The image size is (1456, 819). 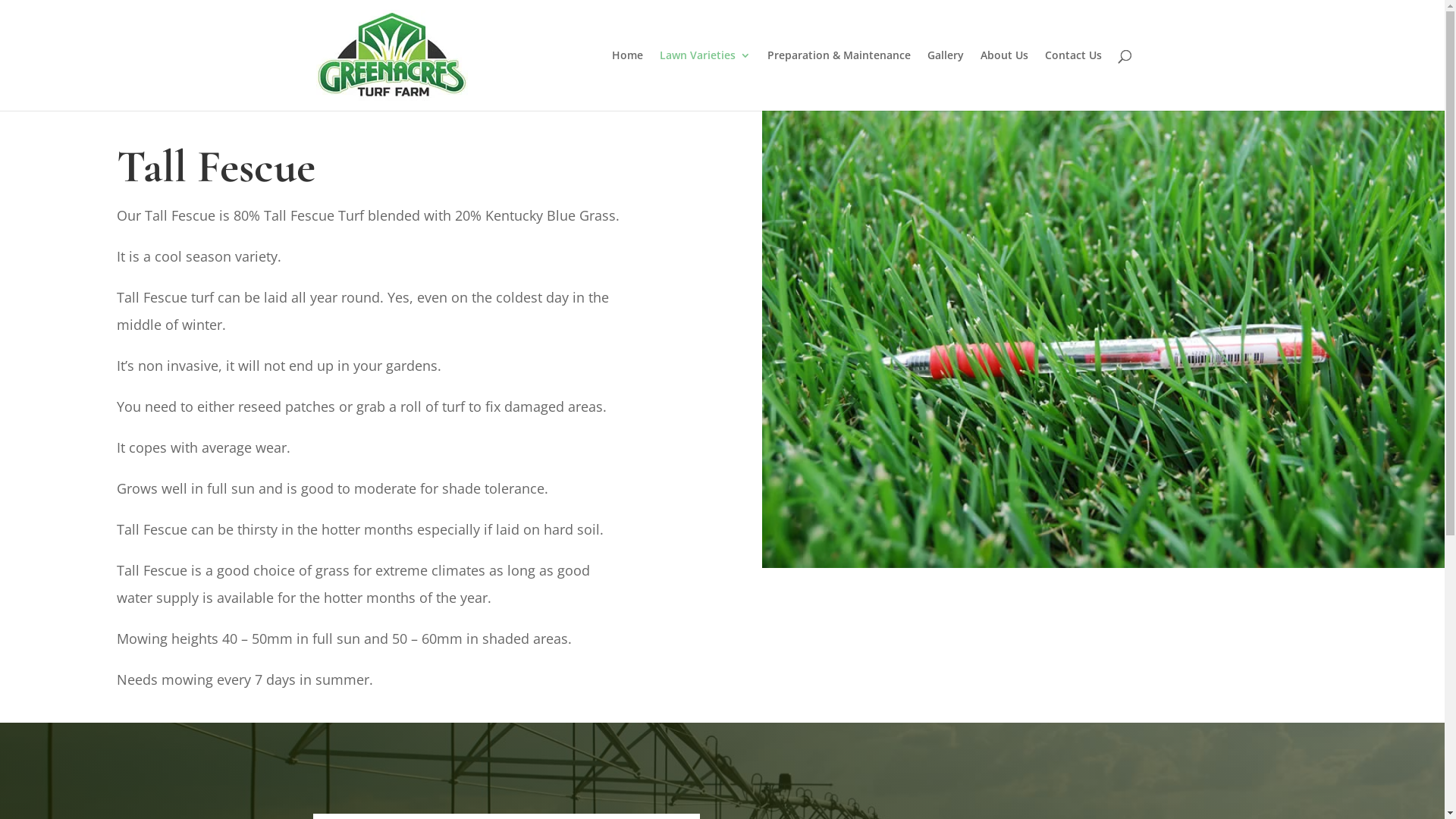 What do you see at coordinates (626, 80) in the screenshot?
I see `'Home'` at bounding box center [626, 80].